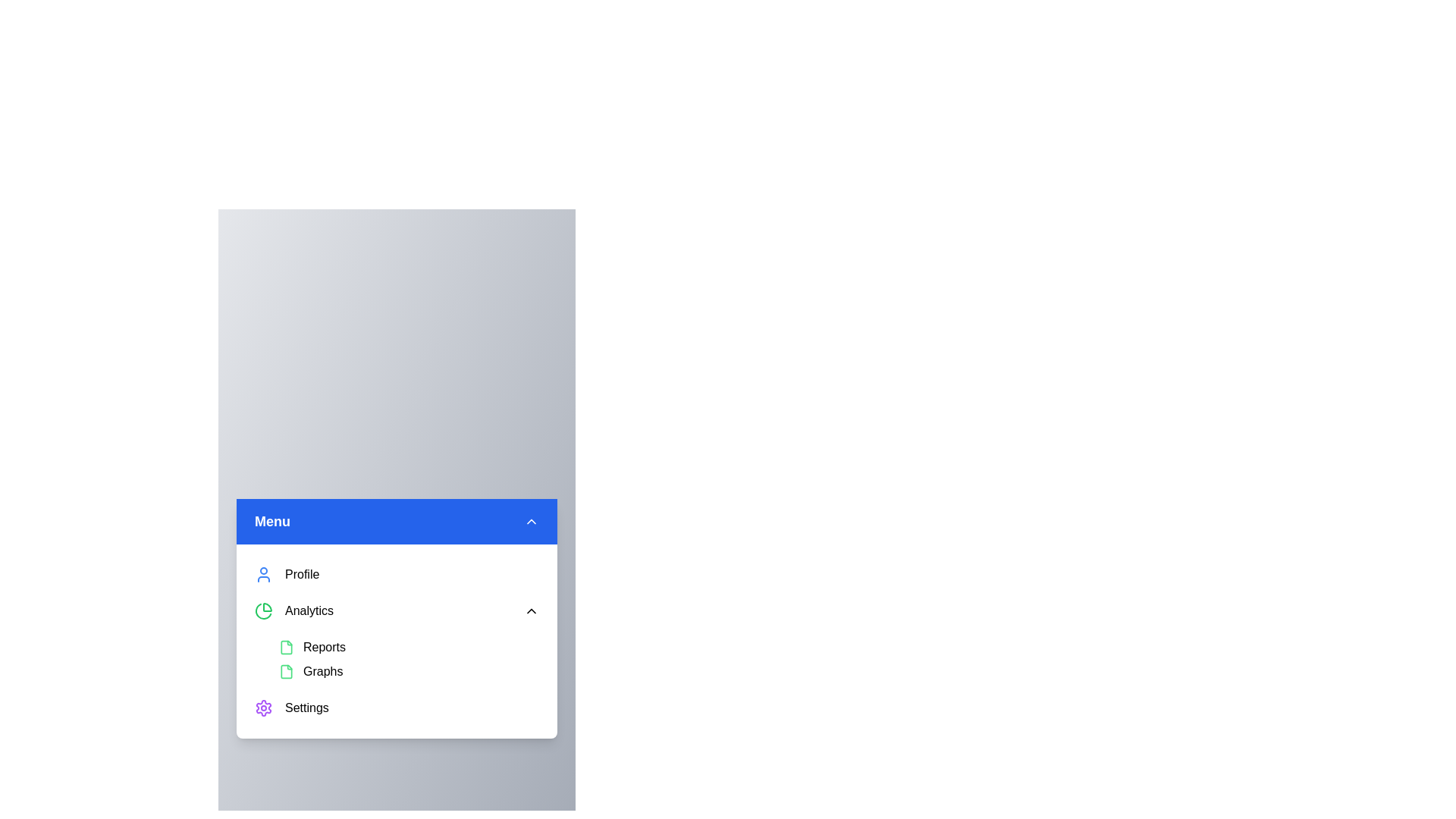 The height and width of the screenshot is (819, 1456). What do you see at coordinates (322, 671) in the screenshot?
I see `the text label 'Graphs' in the menu` at bounding box center [322, 671].